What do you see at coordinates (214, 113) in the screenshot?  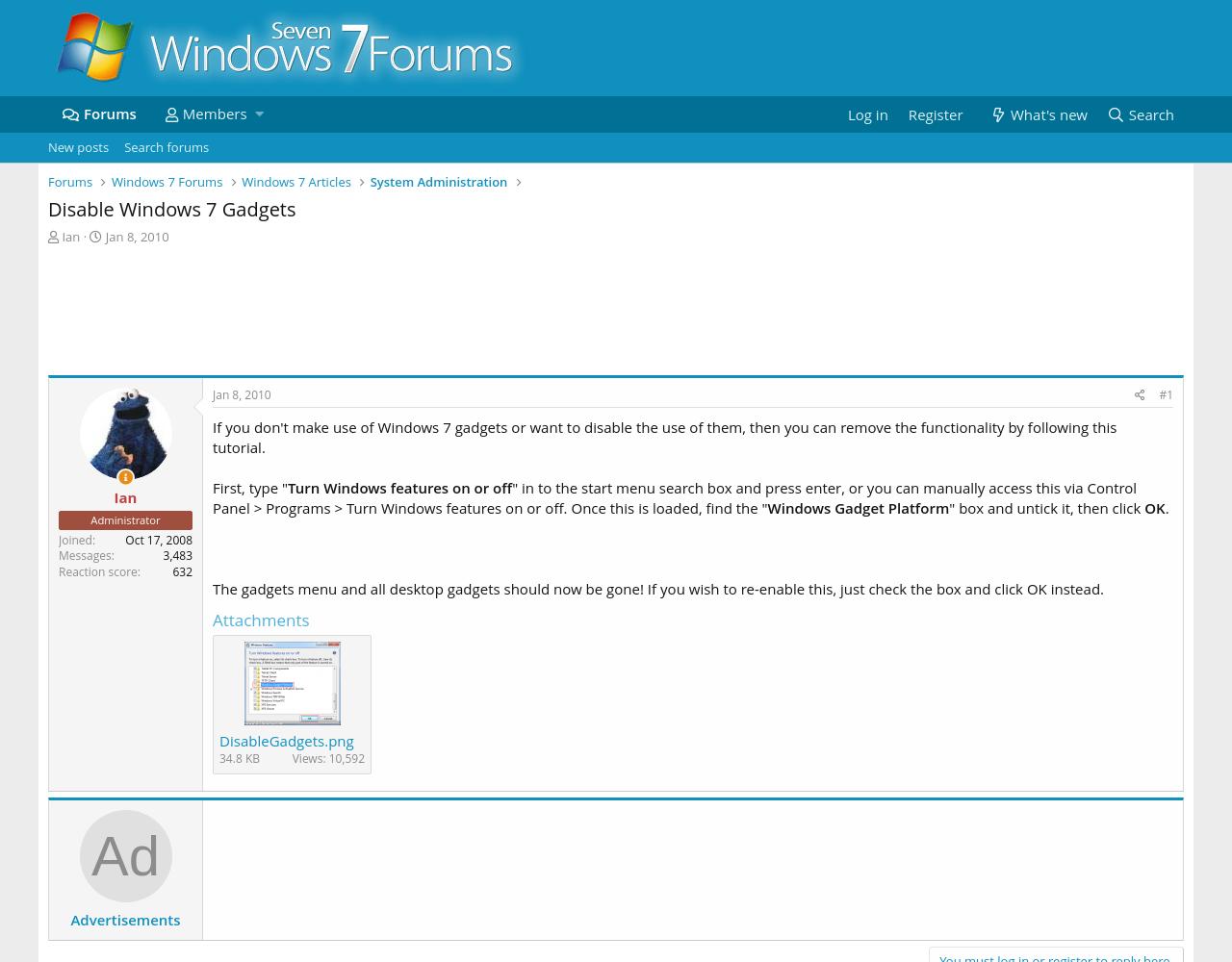 I see `'Members'` at bounding box center [214, 113].